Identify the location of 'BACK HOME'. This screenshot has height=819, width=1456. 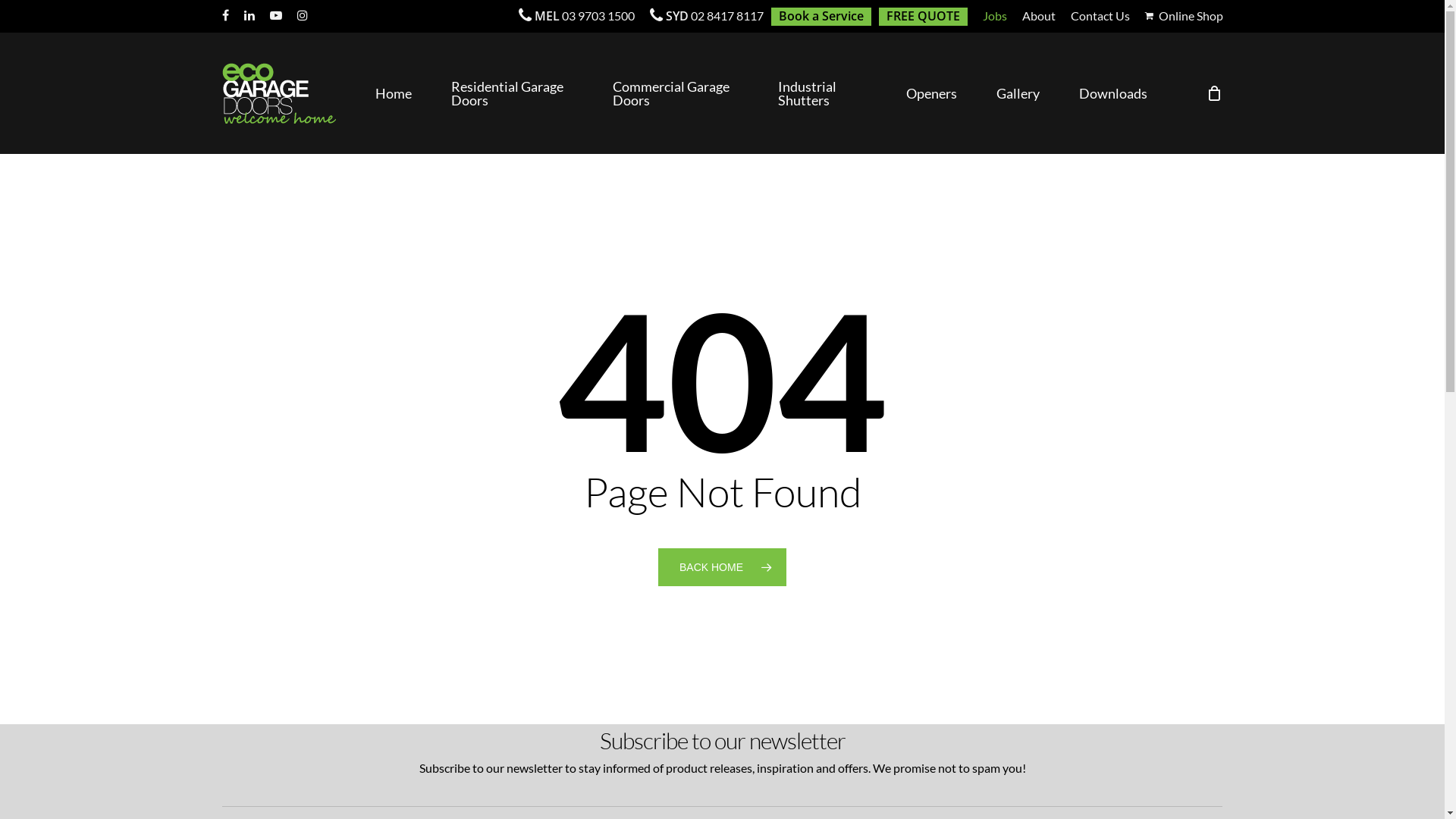
(721, 567).